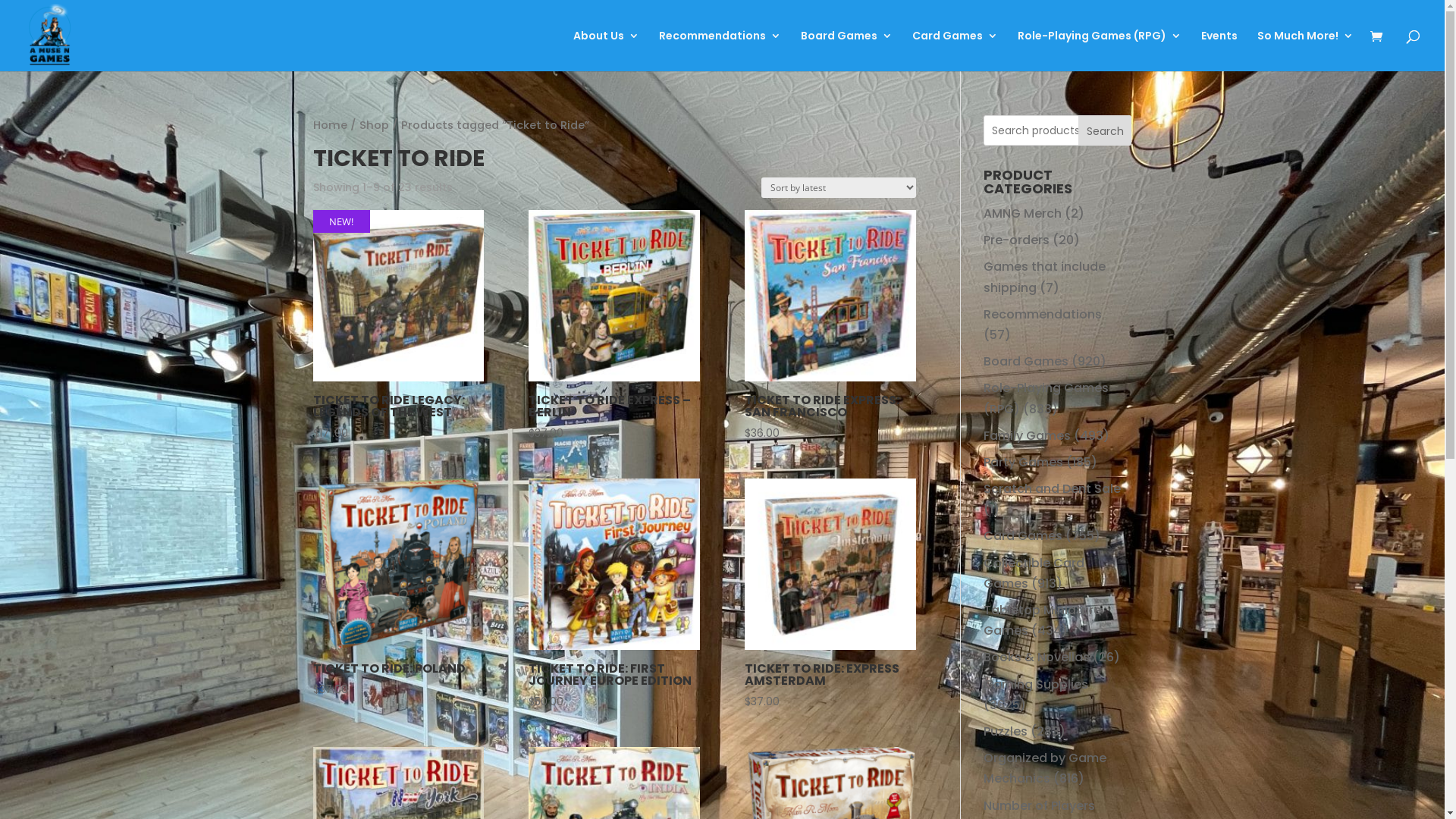 The width and height of the screenshot is (1456, 819). What do you see at coordinates (983, 730) in the screenshot?
I see `'Puzzles'` at bounding box center [983, 730].